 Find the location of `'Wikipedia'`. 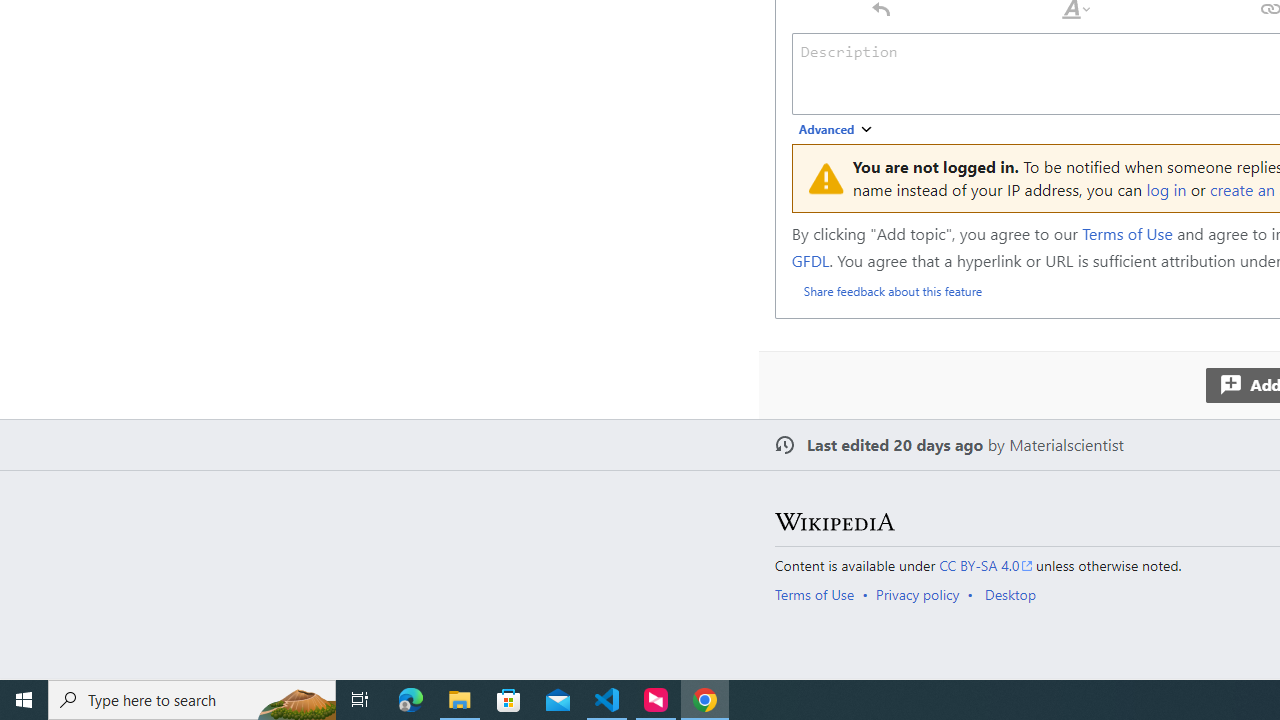

'Wikipedia' is located at coordinates (834, 521).